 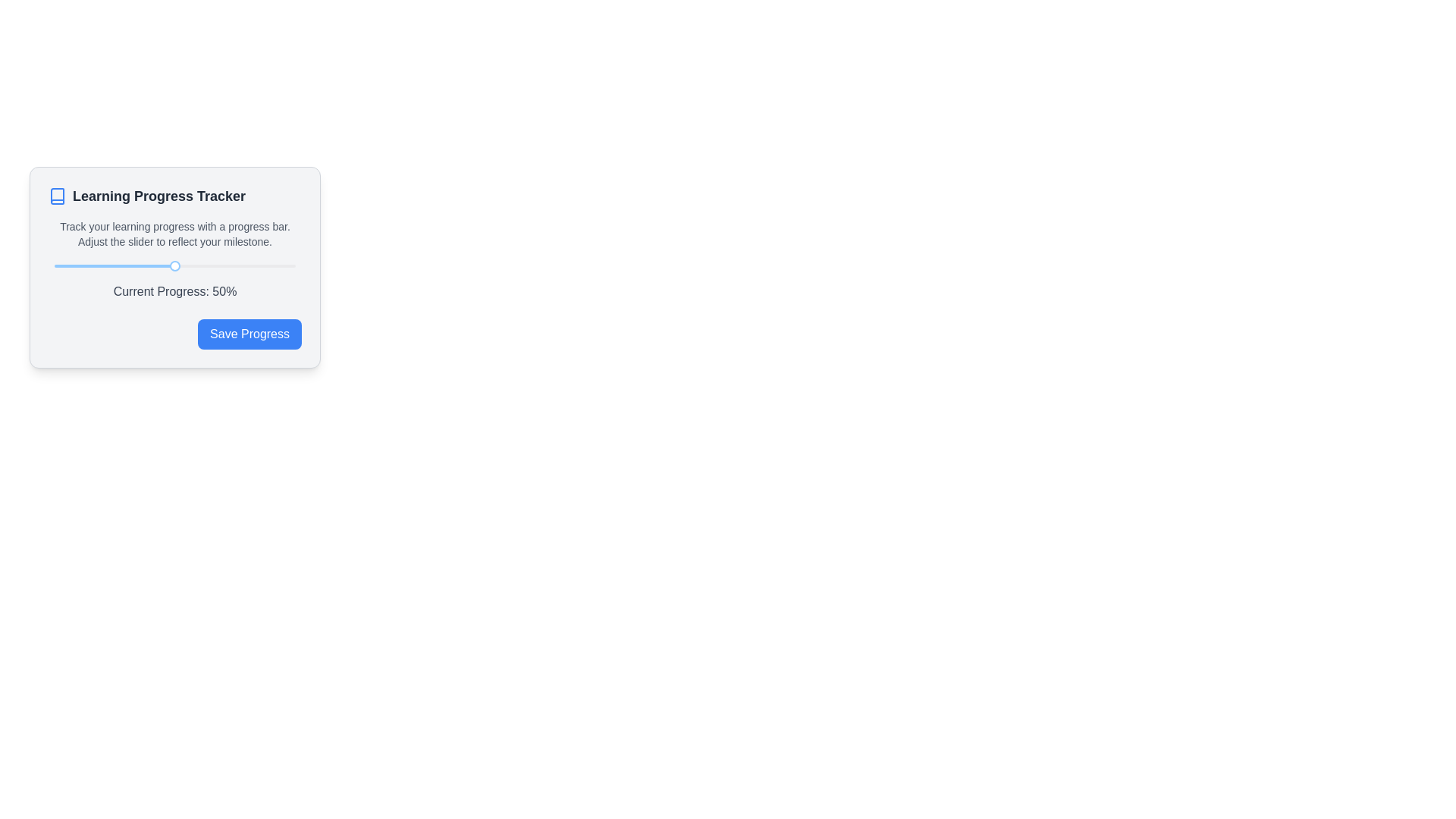 I want to click on the slider value, so click(x=222, y=265).